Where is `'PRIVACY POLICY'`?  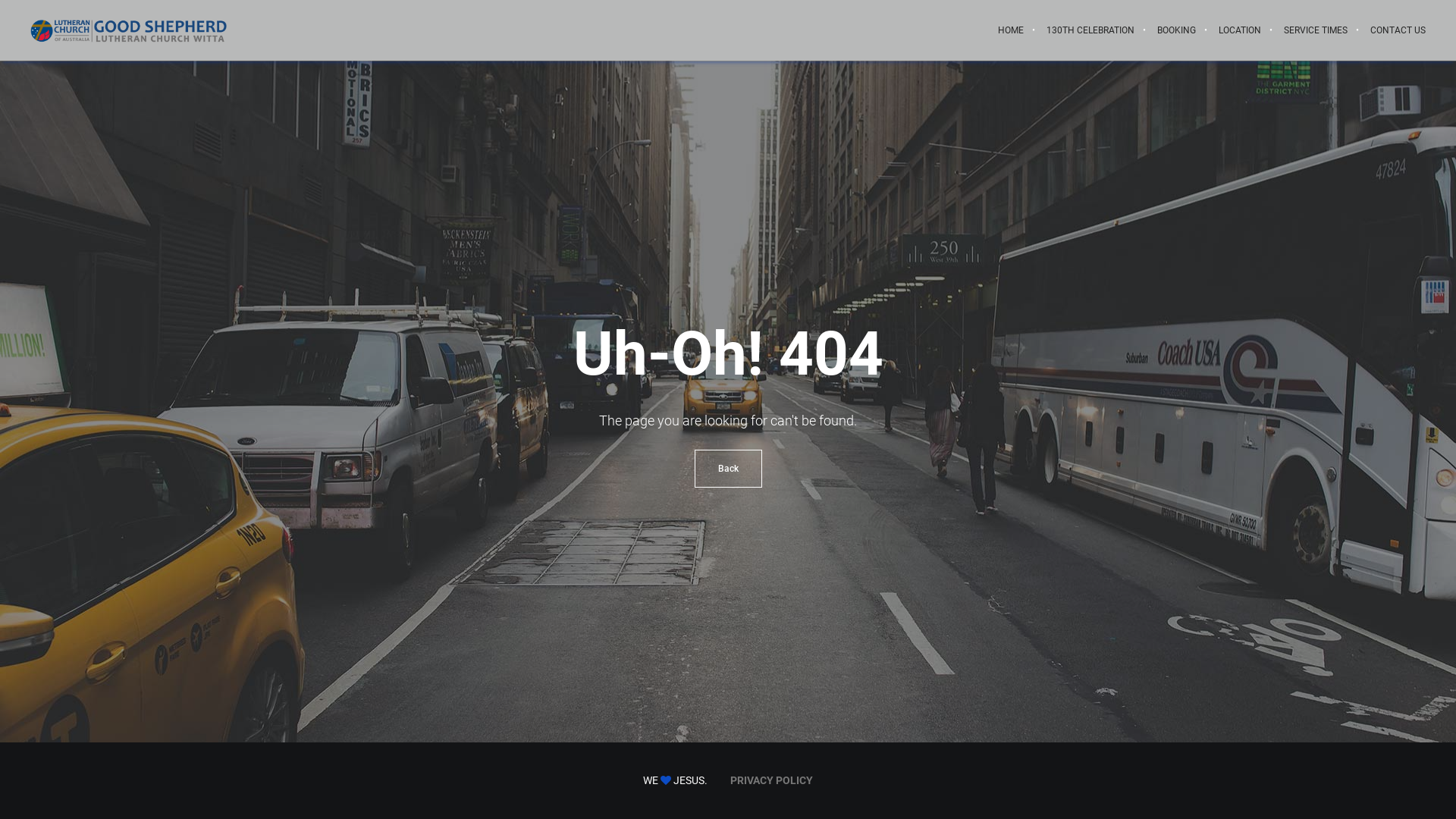
'PRIVACY POLICY' is located at coordinates (730, 780).